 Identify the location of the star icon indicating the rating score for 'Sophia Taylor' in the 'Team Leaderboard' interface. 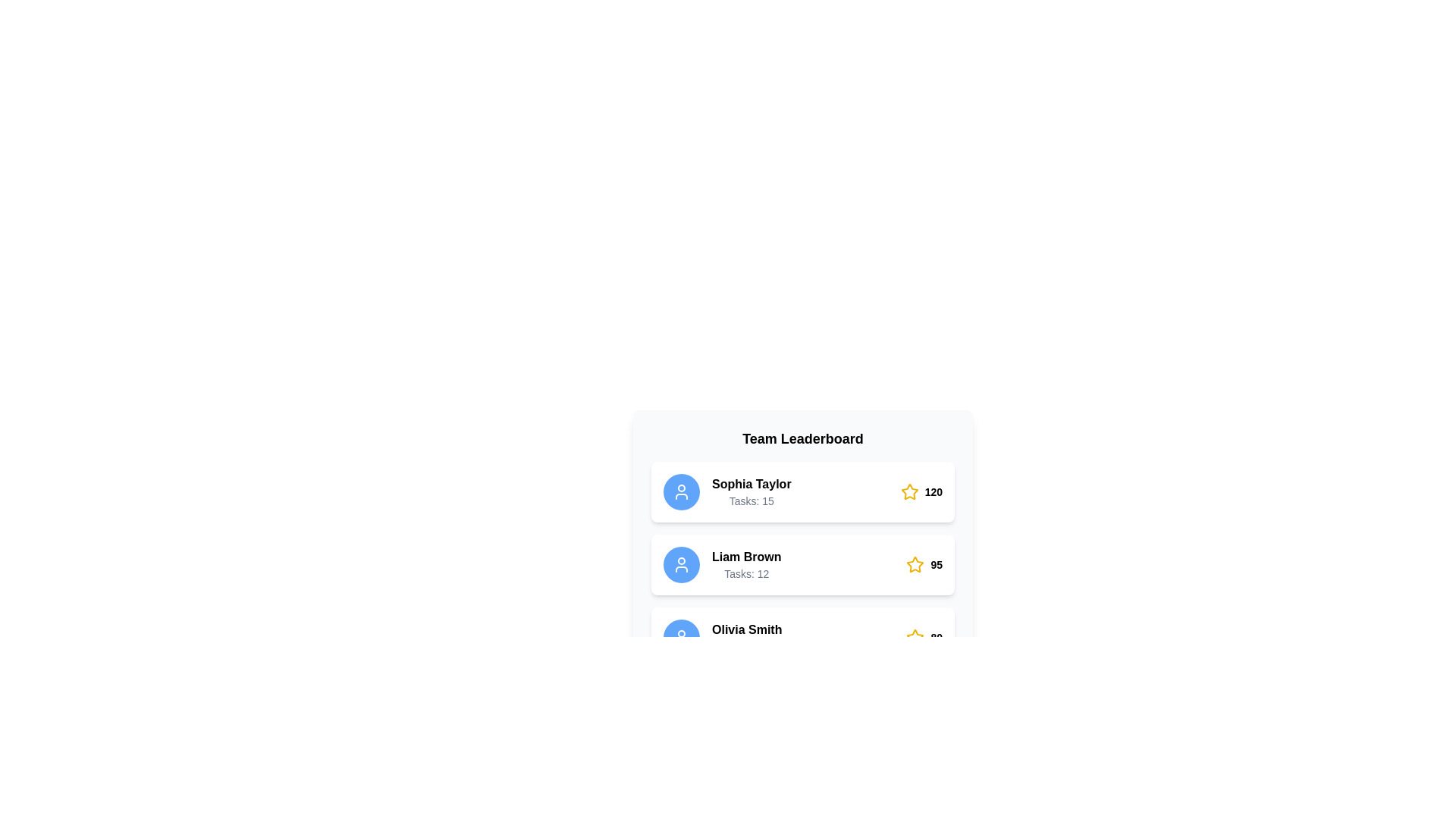
(909, 491).